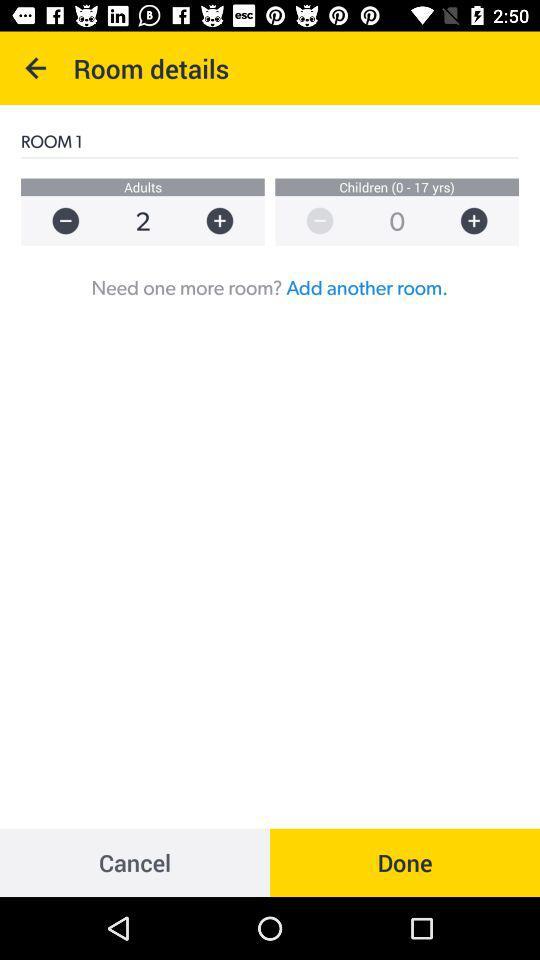 This screenshot has width=540, height=960. What do you see at coordinates (310, 221) in the screenshot?
I see `reduce number of children` at bounding box center [310, 221].